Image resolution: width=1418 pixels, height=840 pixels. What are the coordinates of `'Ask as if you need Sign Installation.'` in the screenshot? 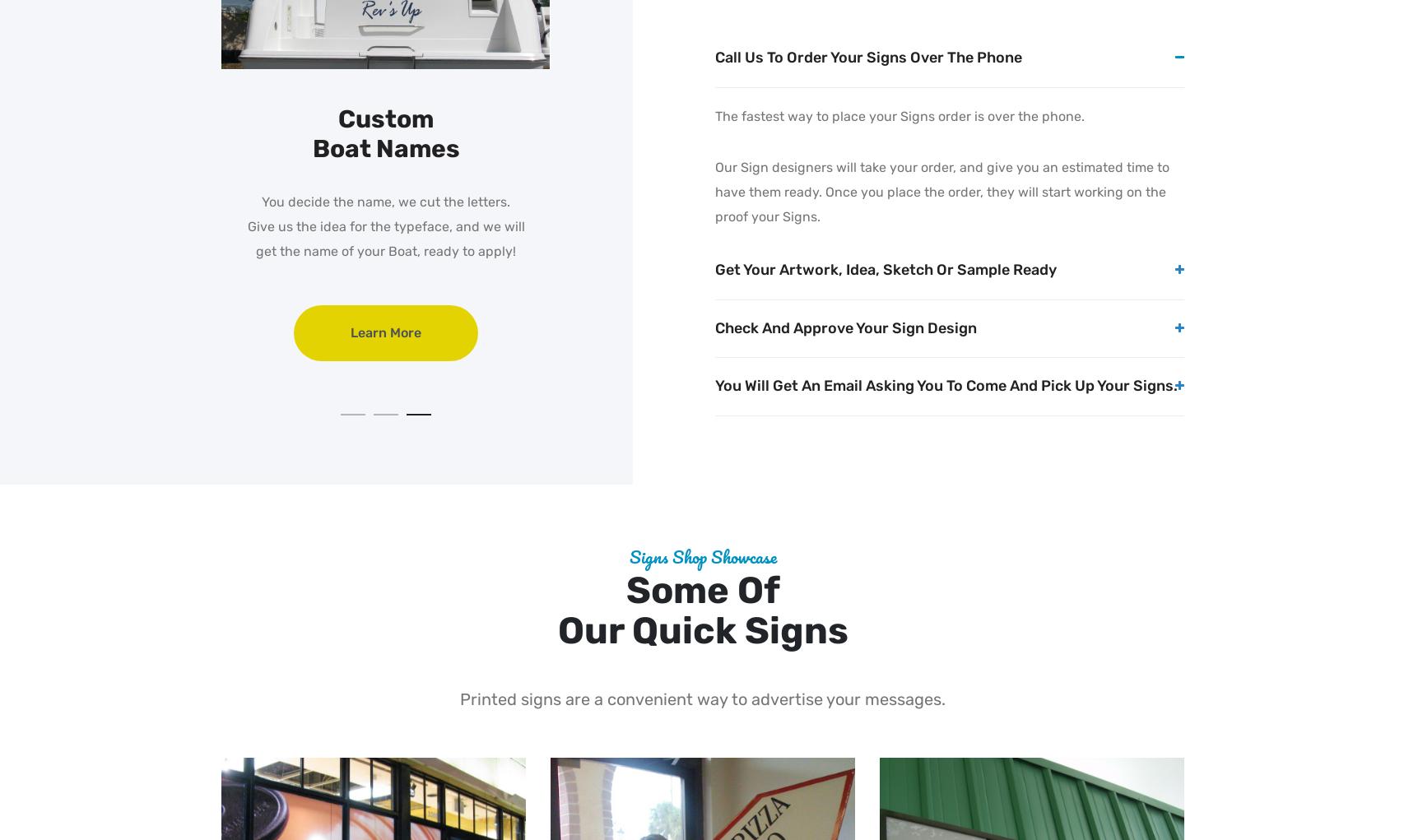 It's located at (384, 250).